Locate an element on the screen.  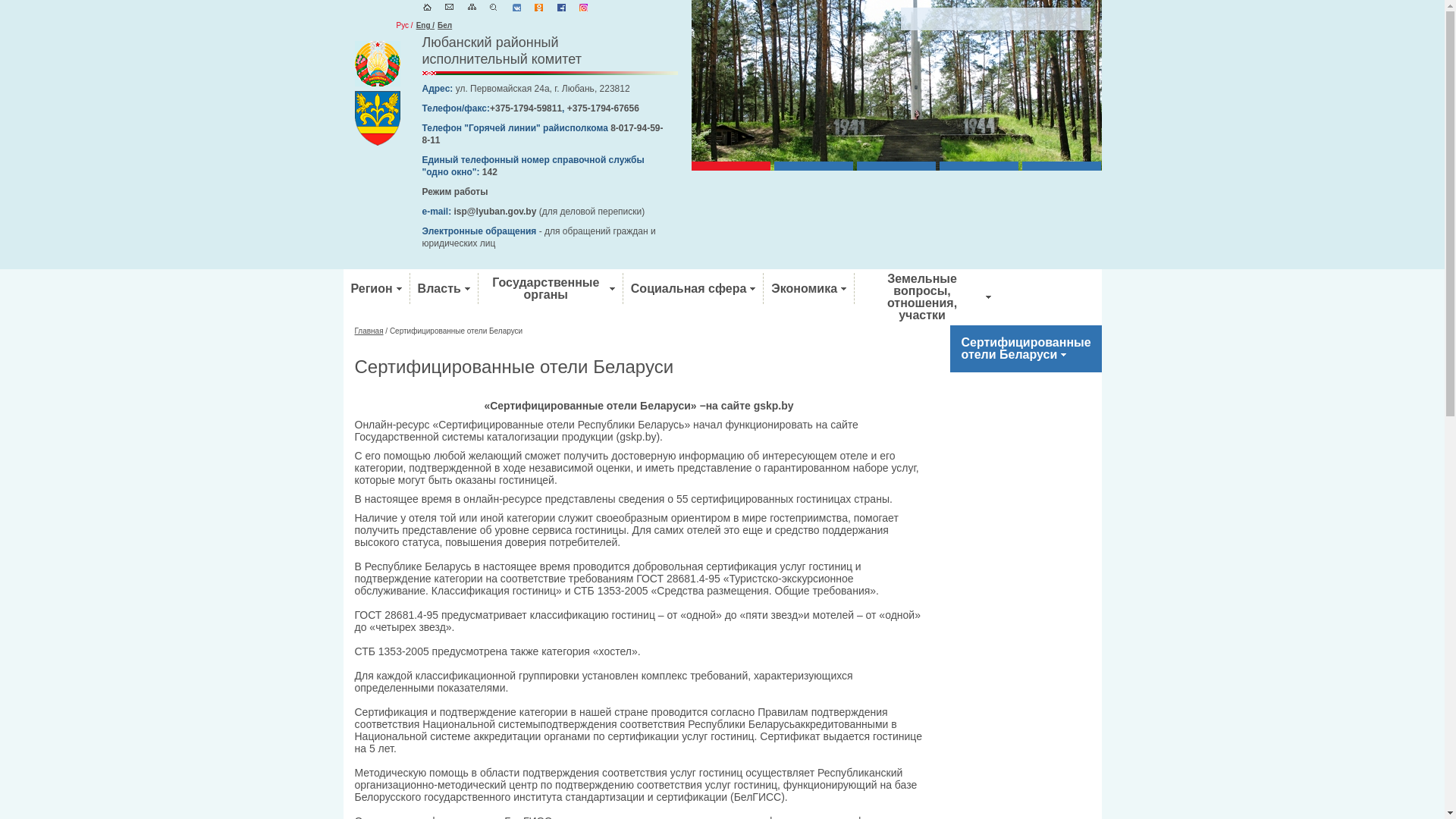
'isp@lyuban.gov.by' is located at coordinates (495, 211).